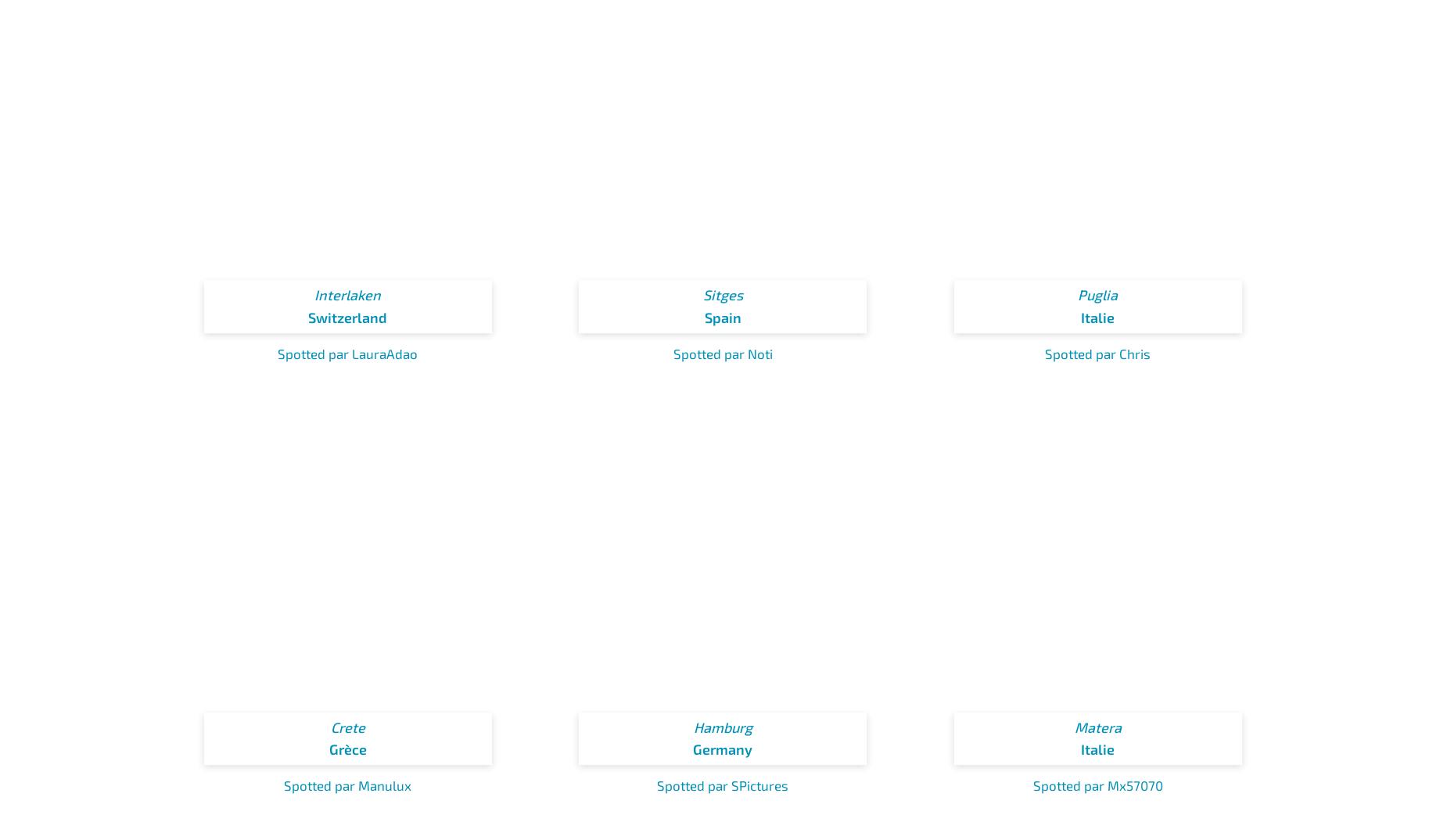 Image resolution: width=1447 pixels, height=840 pixels. What do you see at coordinates (722, 317) in the screenshot?
I see `'Spain'` at bounding box center [722, 317].